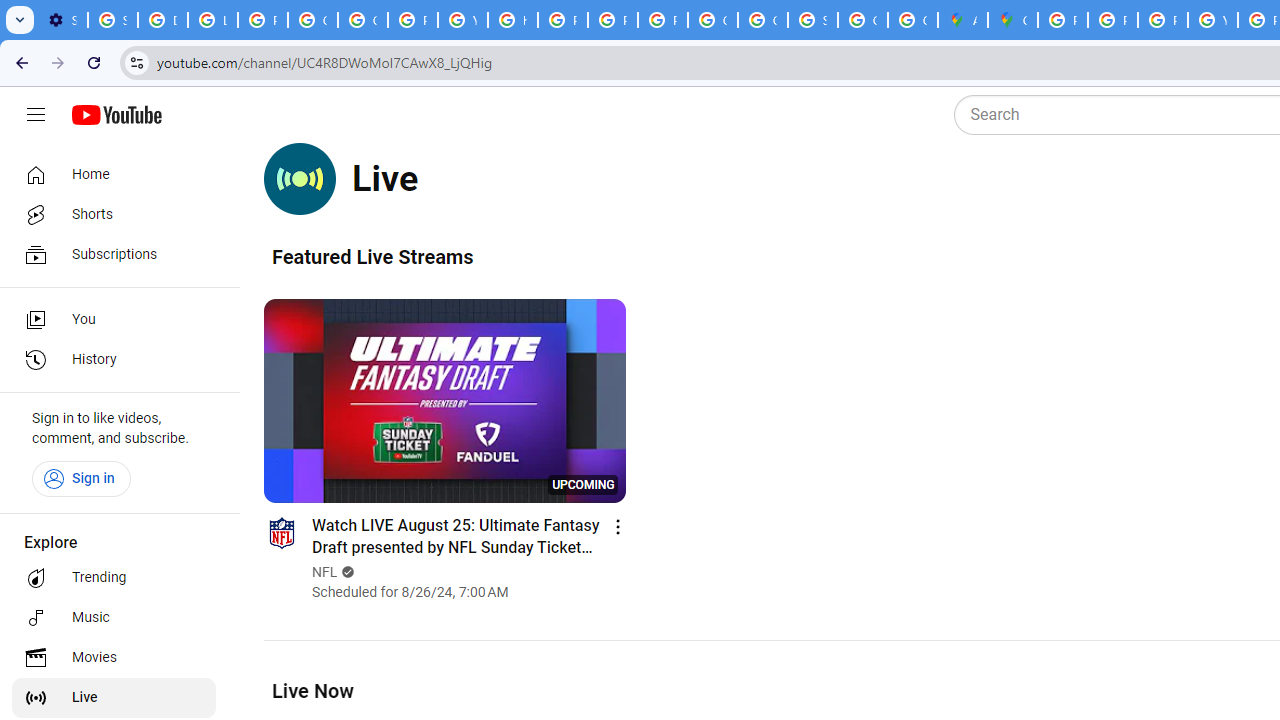 Image resolution: width=1280 pixels, height=720 pixels. Describe the element at coordinates (561, 20) in the screenshot. I see `'Privacy Help Center - Policies Help'` at that location.